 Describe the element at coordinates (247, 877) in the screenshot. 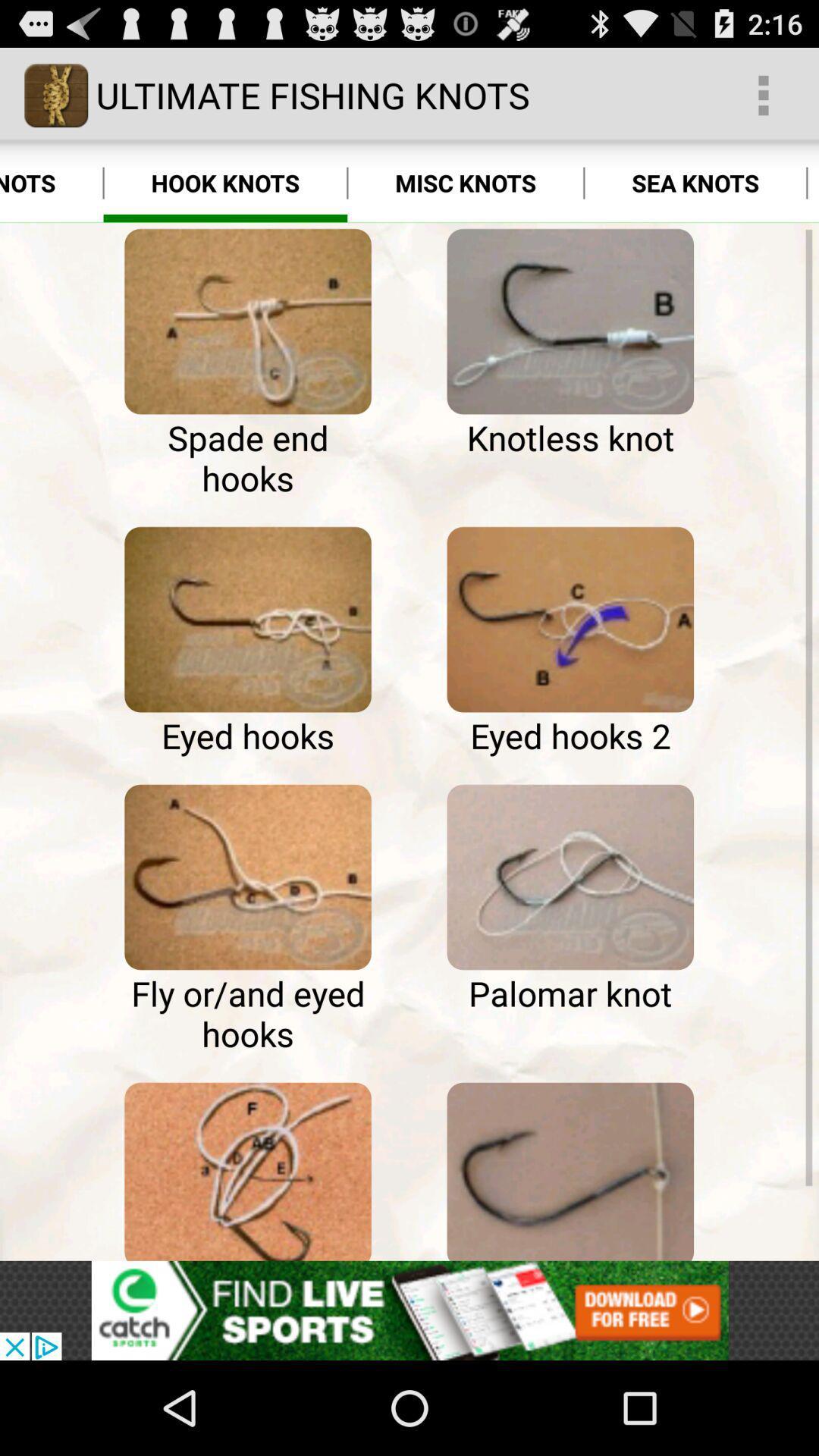

I see `picture pages` at that location.